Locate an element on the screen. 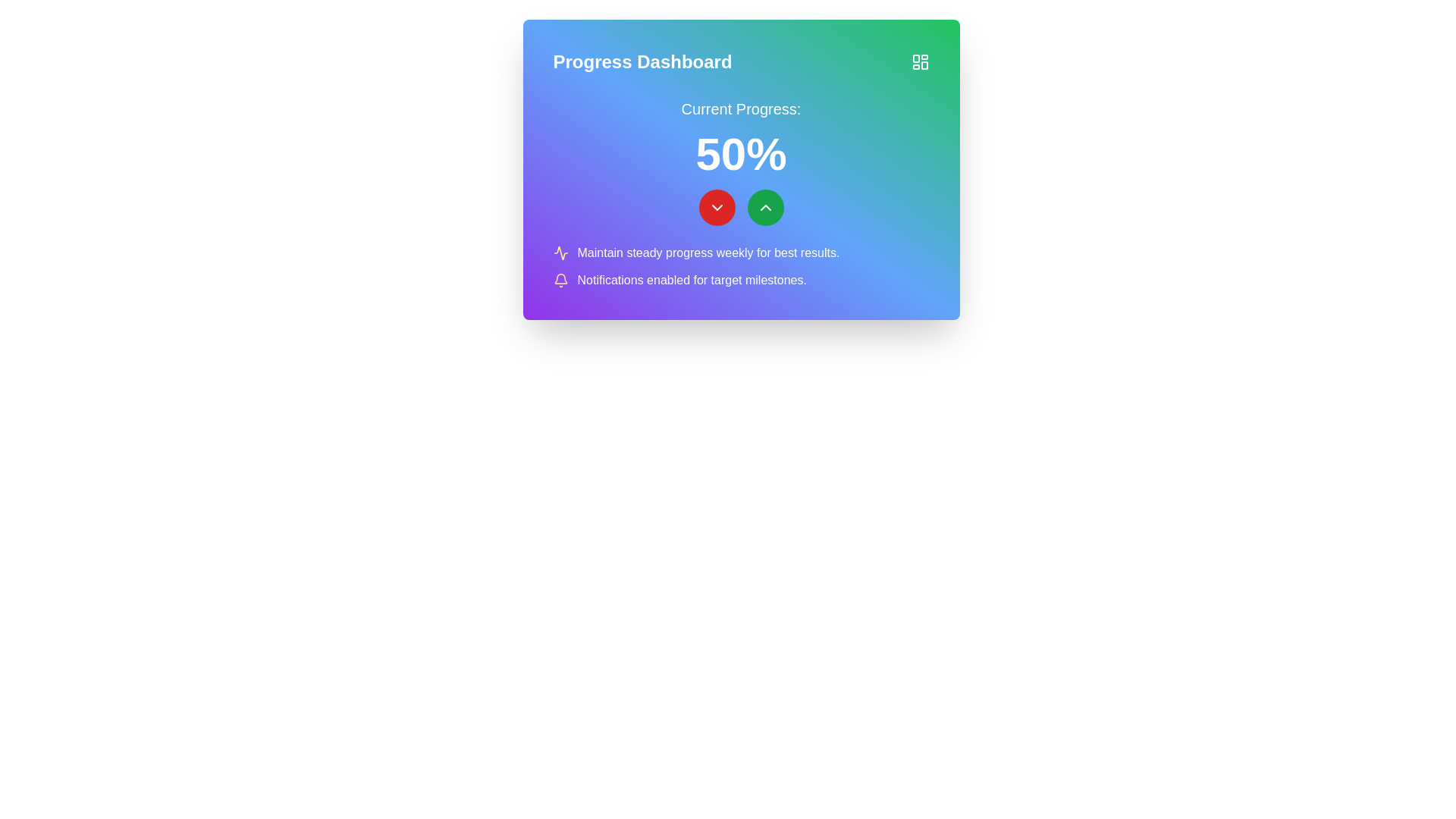  the informational icon located below the message 'Maintain steady progress weekly for best results' to interact with it, as it conveys that notifications are enabled for important milestones is located at coordinates (741, 281).